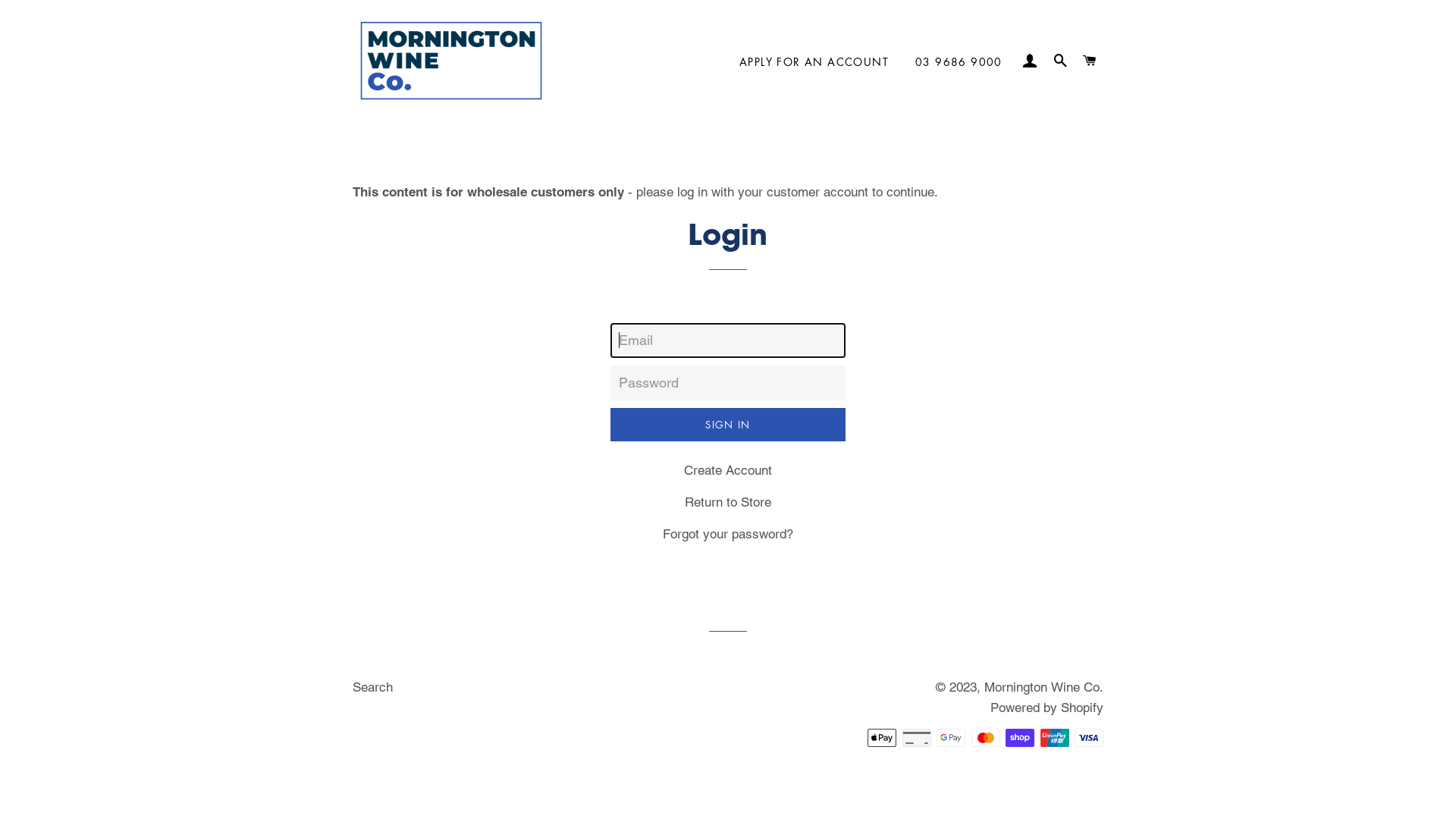 The width and height of the screenshot is (1456, 819). I want to click on 'Mornington Wine Co.', so click(1043, 687).